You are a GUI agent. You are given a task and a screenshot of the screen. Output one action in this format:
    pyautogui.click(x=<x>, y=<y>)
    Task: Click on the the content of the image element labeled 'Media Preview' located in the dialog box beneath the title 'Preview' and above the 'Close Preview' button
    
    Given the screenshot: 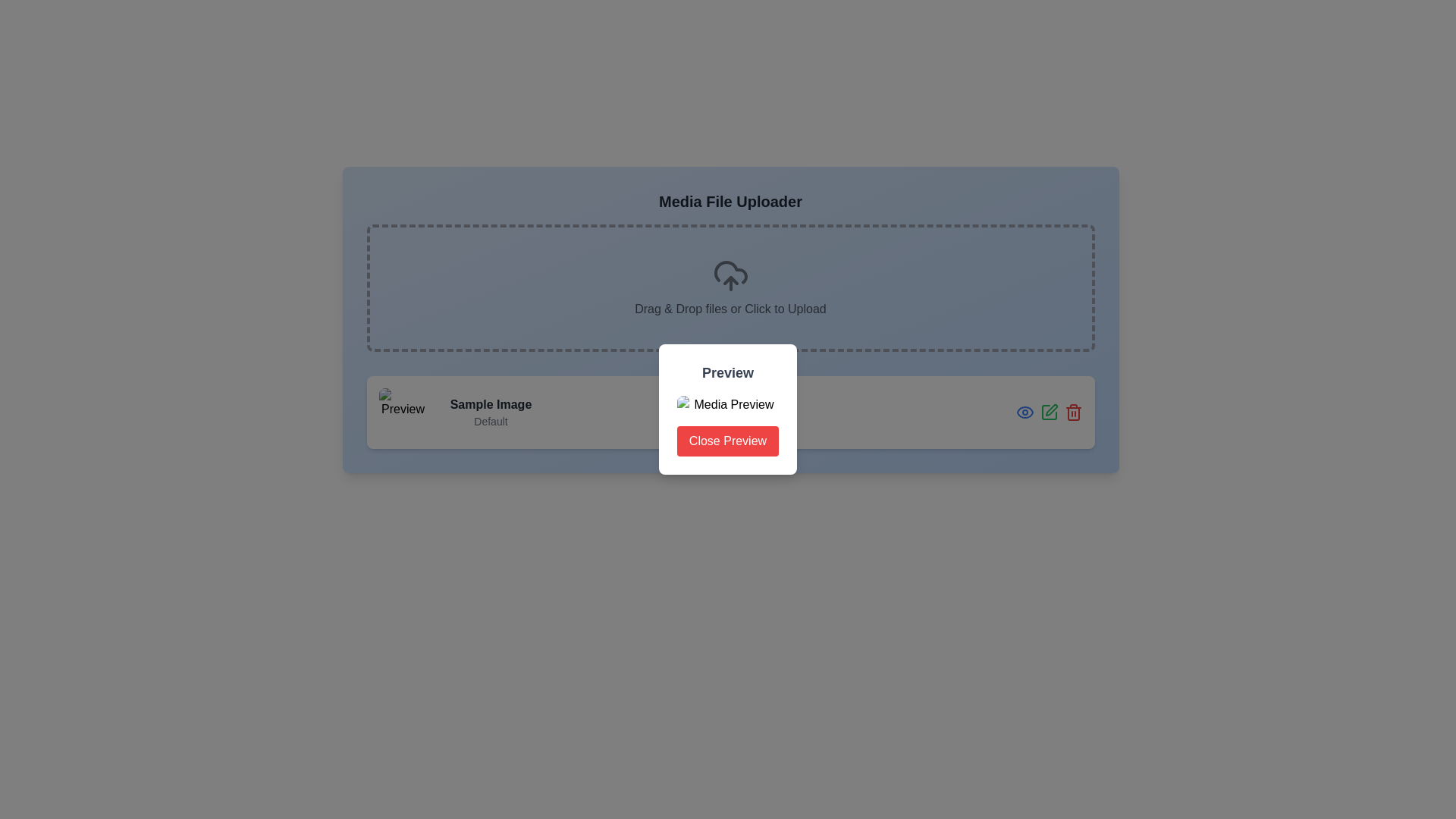 What is the action you would take?
    pyautogui.click(x=728, y=403)
    